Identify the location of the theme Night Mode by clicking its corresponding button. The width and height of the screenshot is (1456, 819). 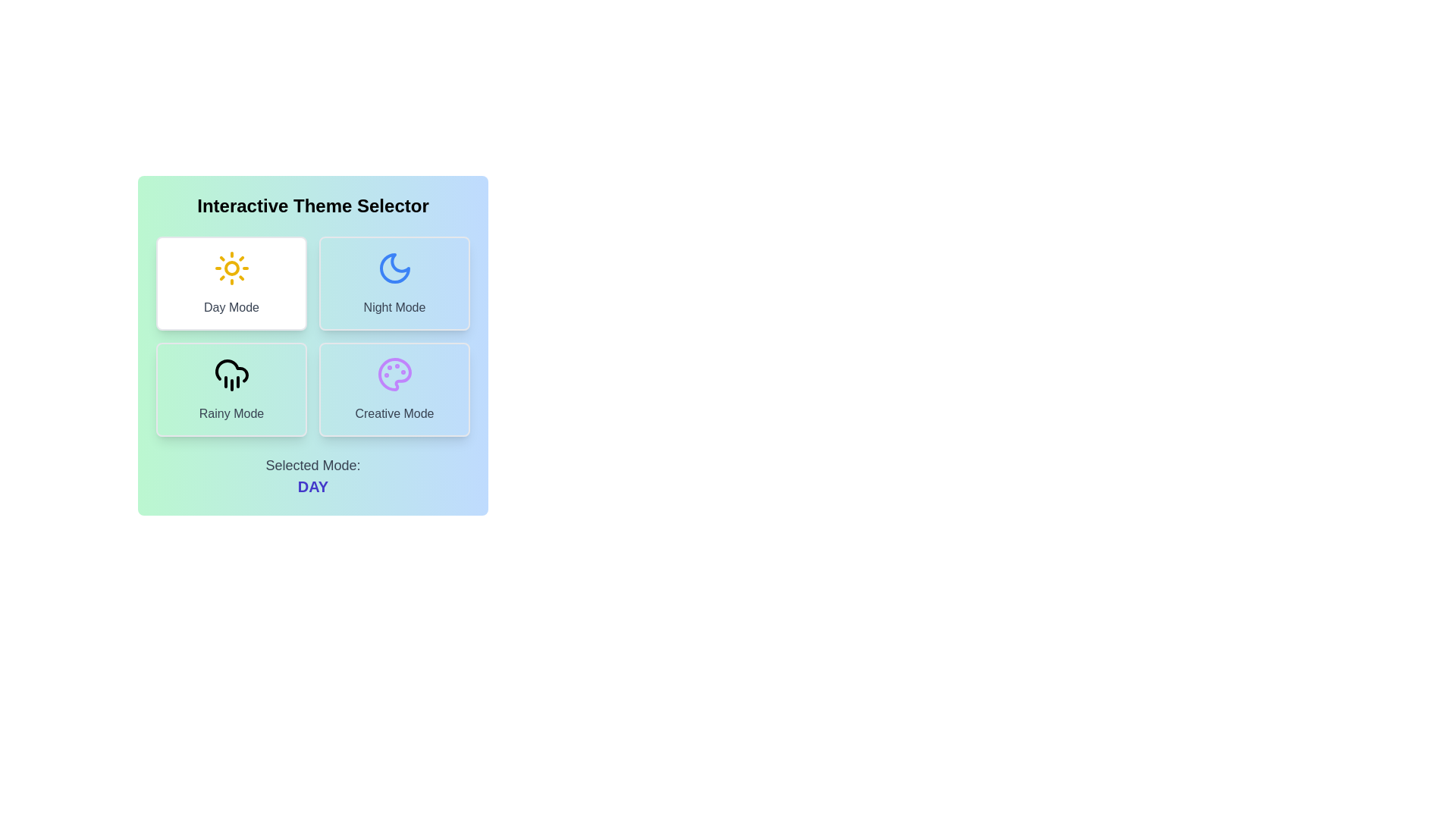
(394, 284).